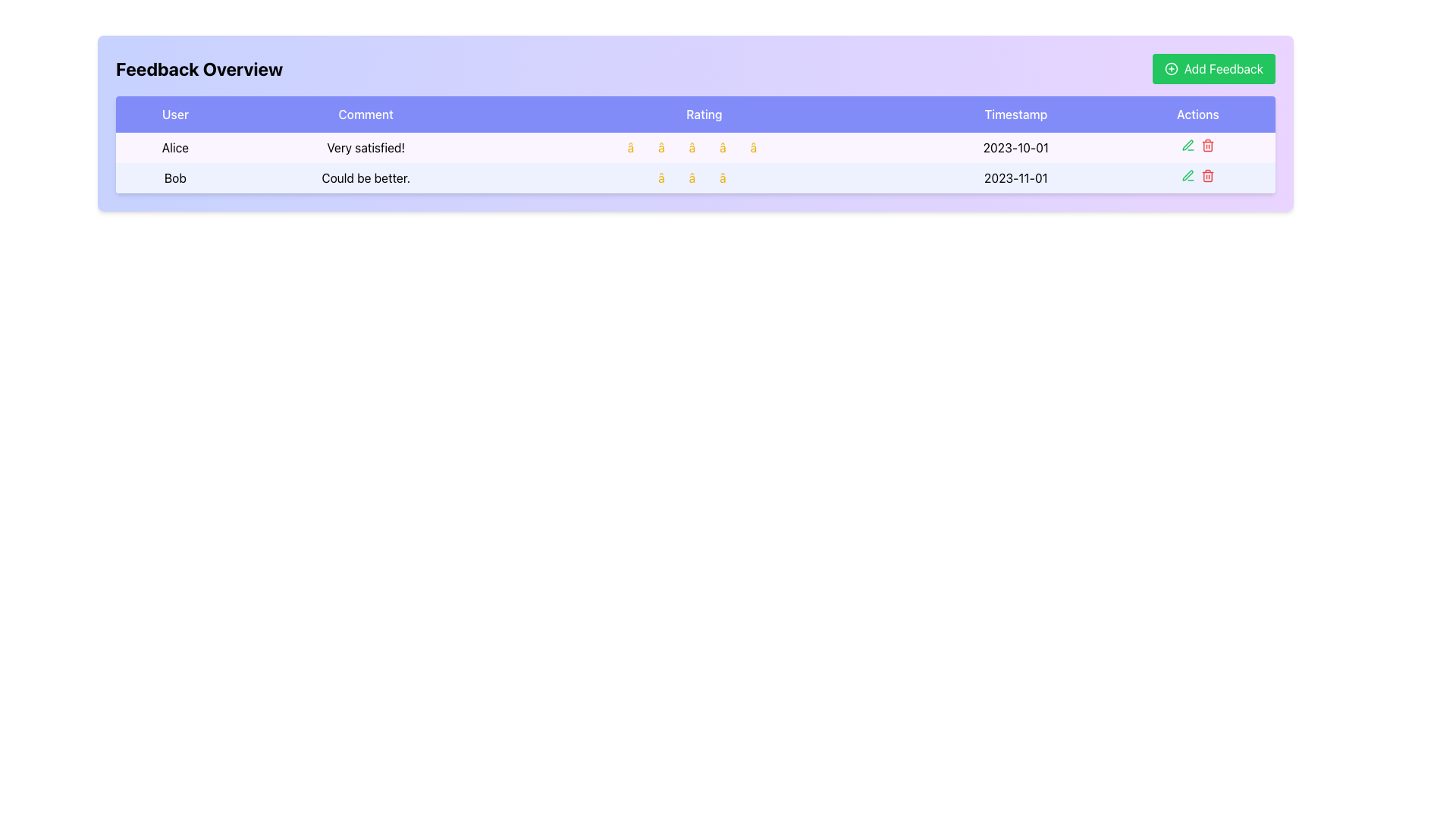  I want to click on text of the 'Rating' column header, which is the third header in a row of five, positioned between 'Comment' and 'Timestamp', so click(695, 113).